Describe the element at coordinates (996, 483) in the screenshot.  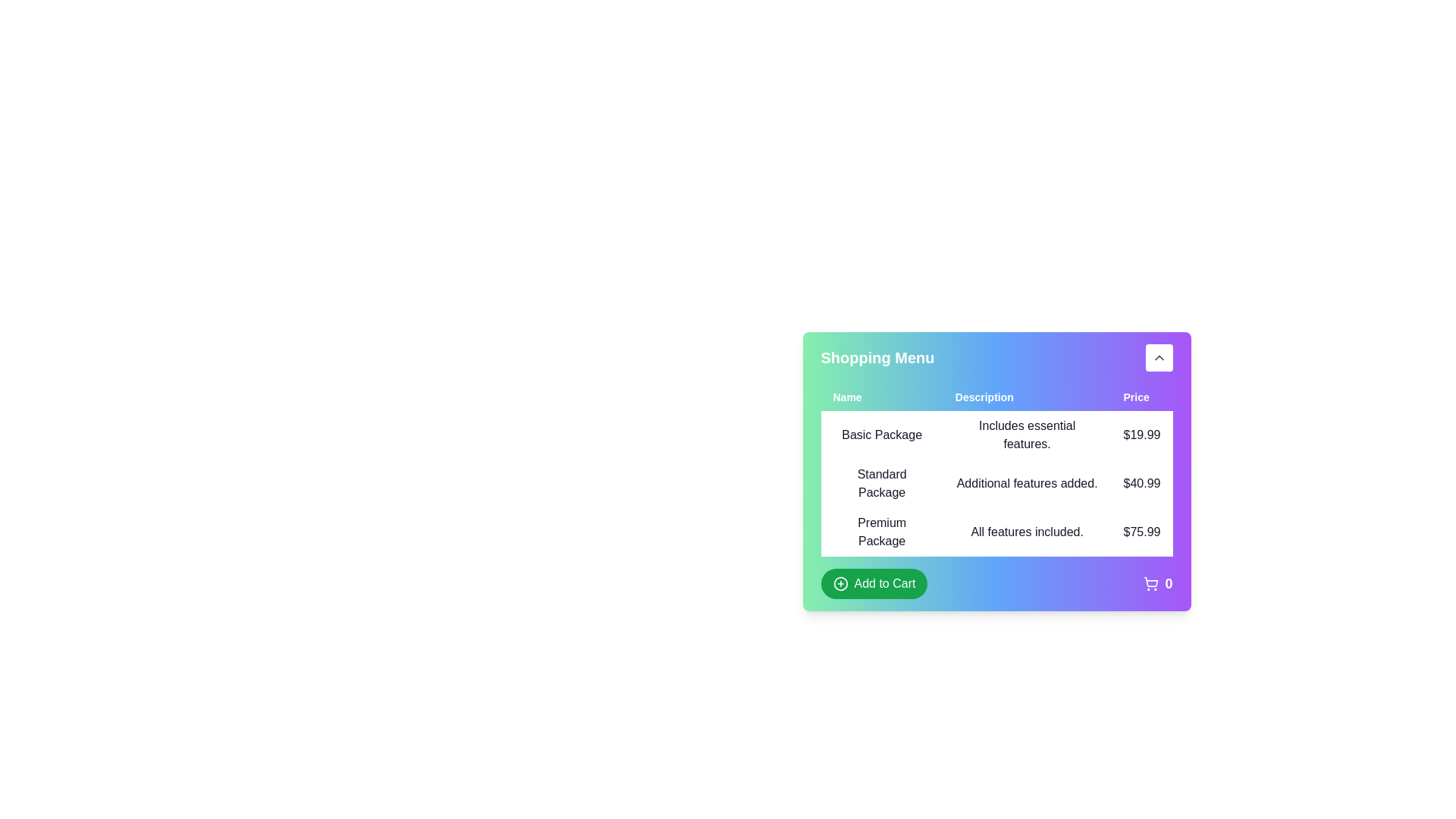
I see `the second row of the table that contains the 'Standard Package' name, its description 'Additional features added.', and the price '$40.99'` at that location.